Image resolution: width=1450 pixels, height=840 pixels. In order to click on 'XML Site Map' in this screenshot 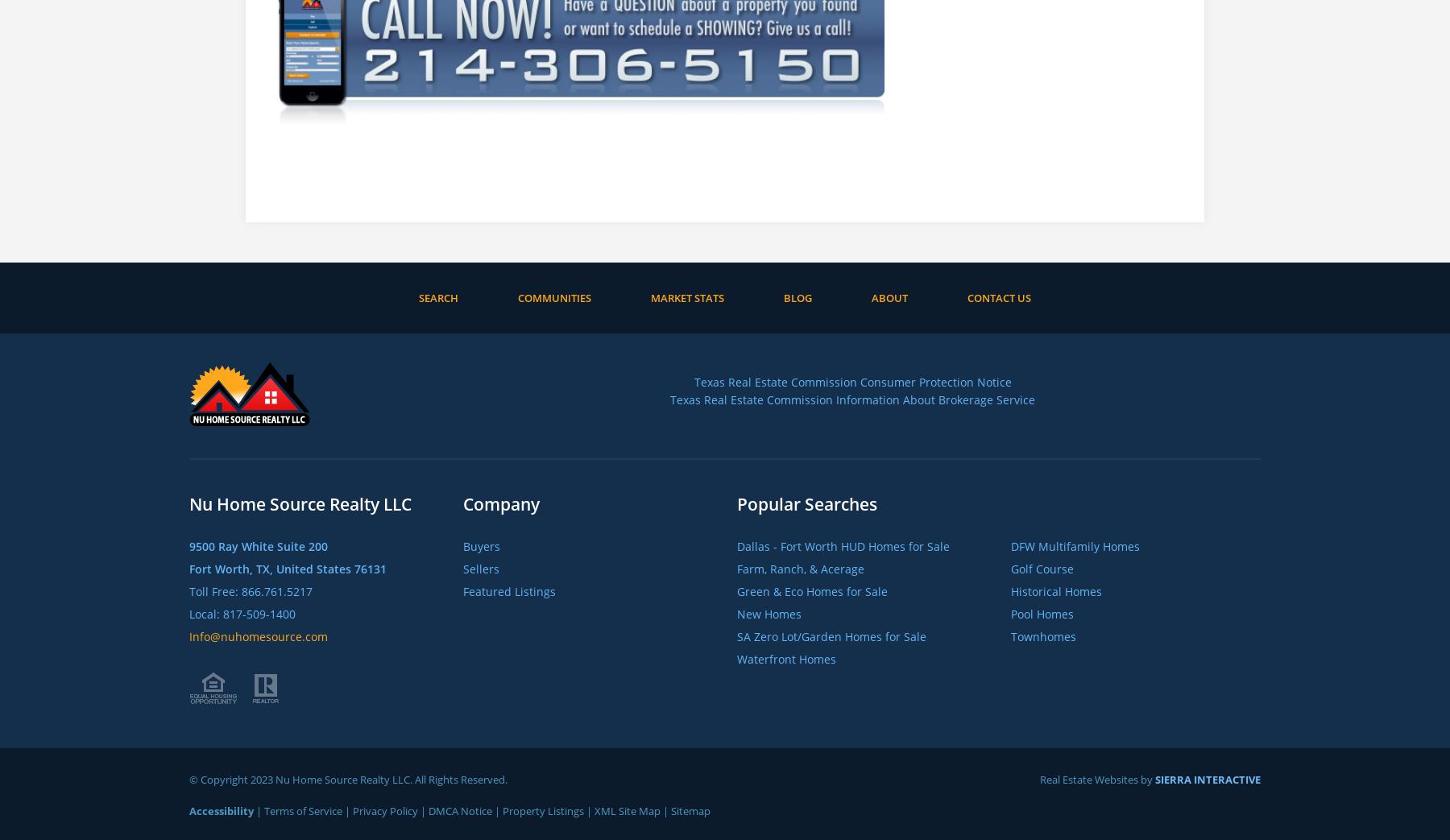, I will do `click(627, 809)`.